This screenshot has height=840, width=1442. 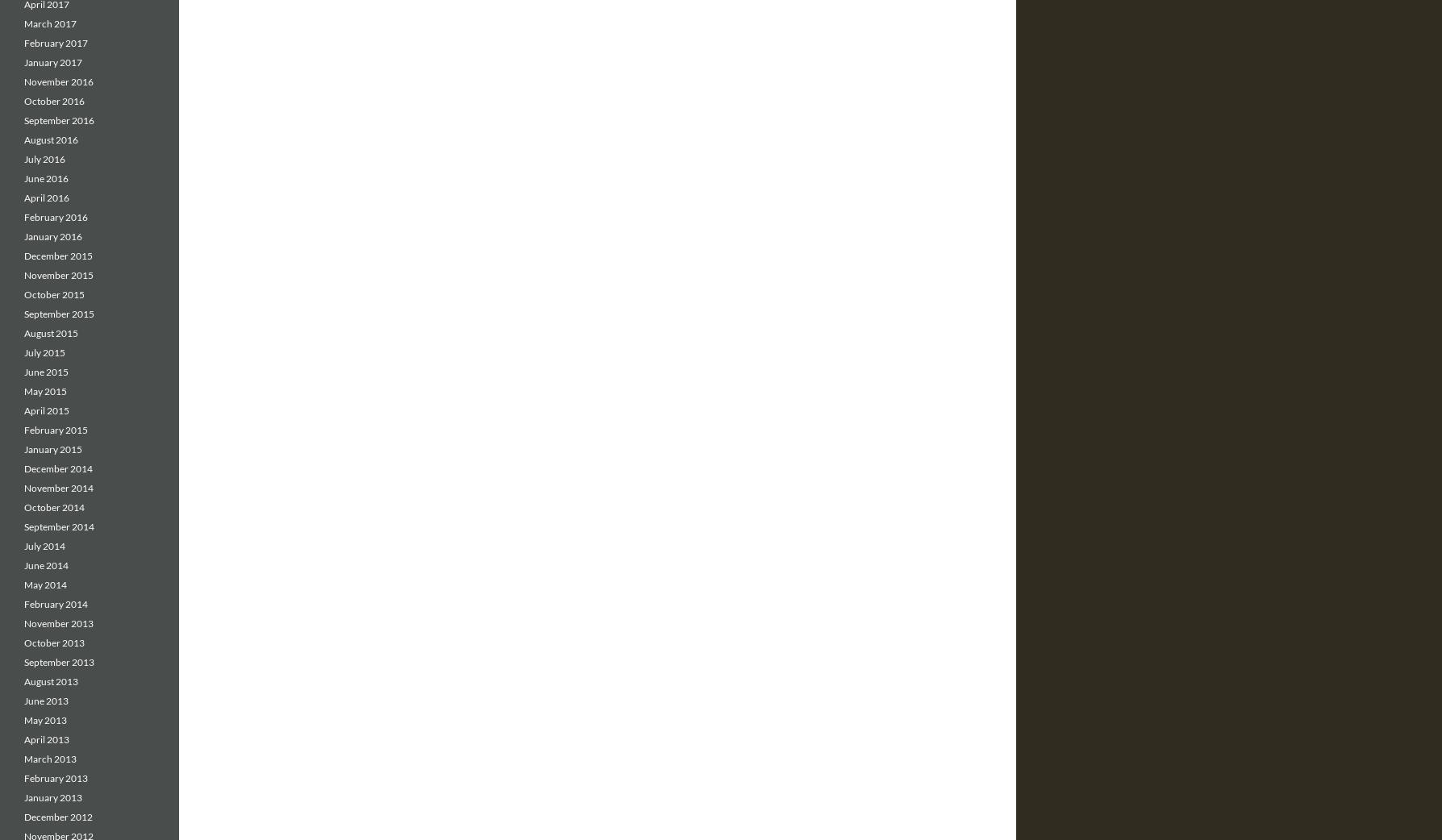 I want to click on 'August 2015', so click(x=51, y=332).